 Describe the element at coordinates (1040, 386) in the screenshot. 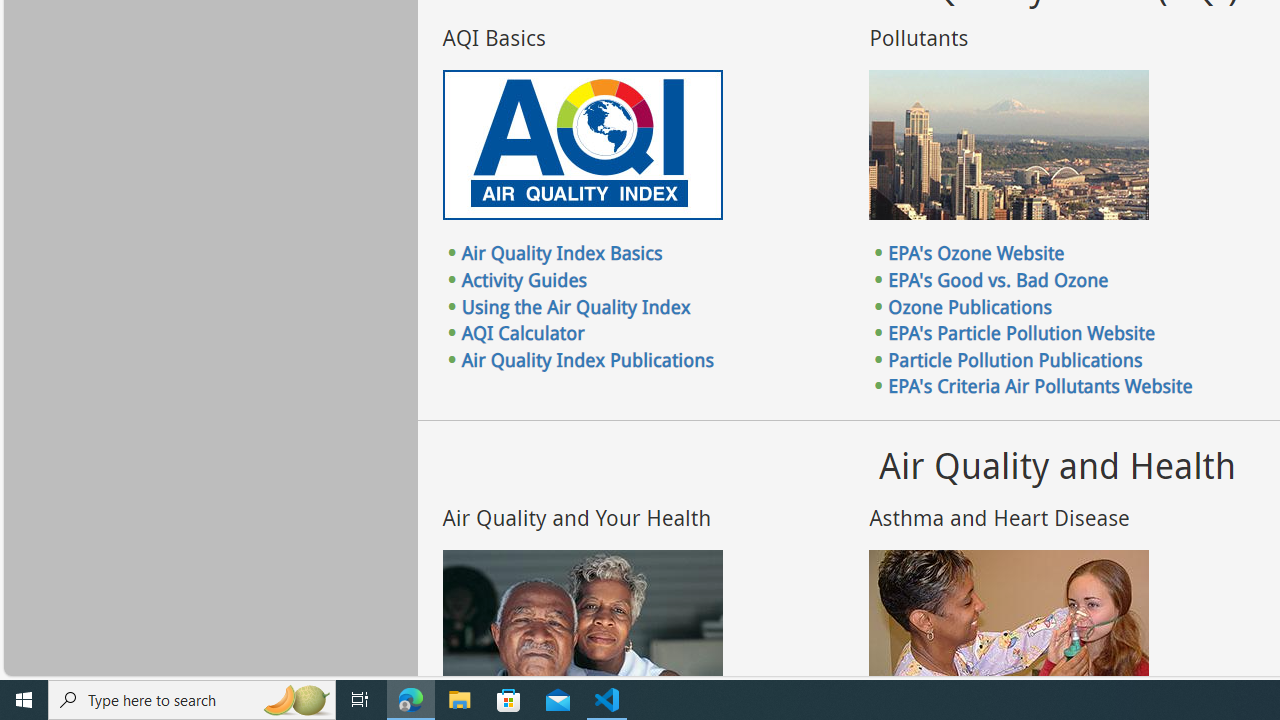

I see `'EPA'` at that location.